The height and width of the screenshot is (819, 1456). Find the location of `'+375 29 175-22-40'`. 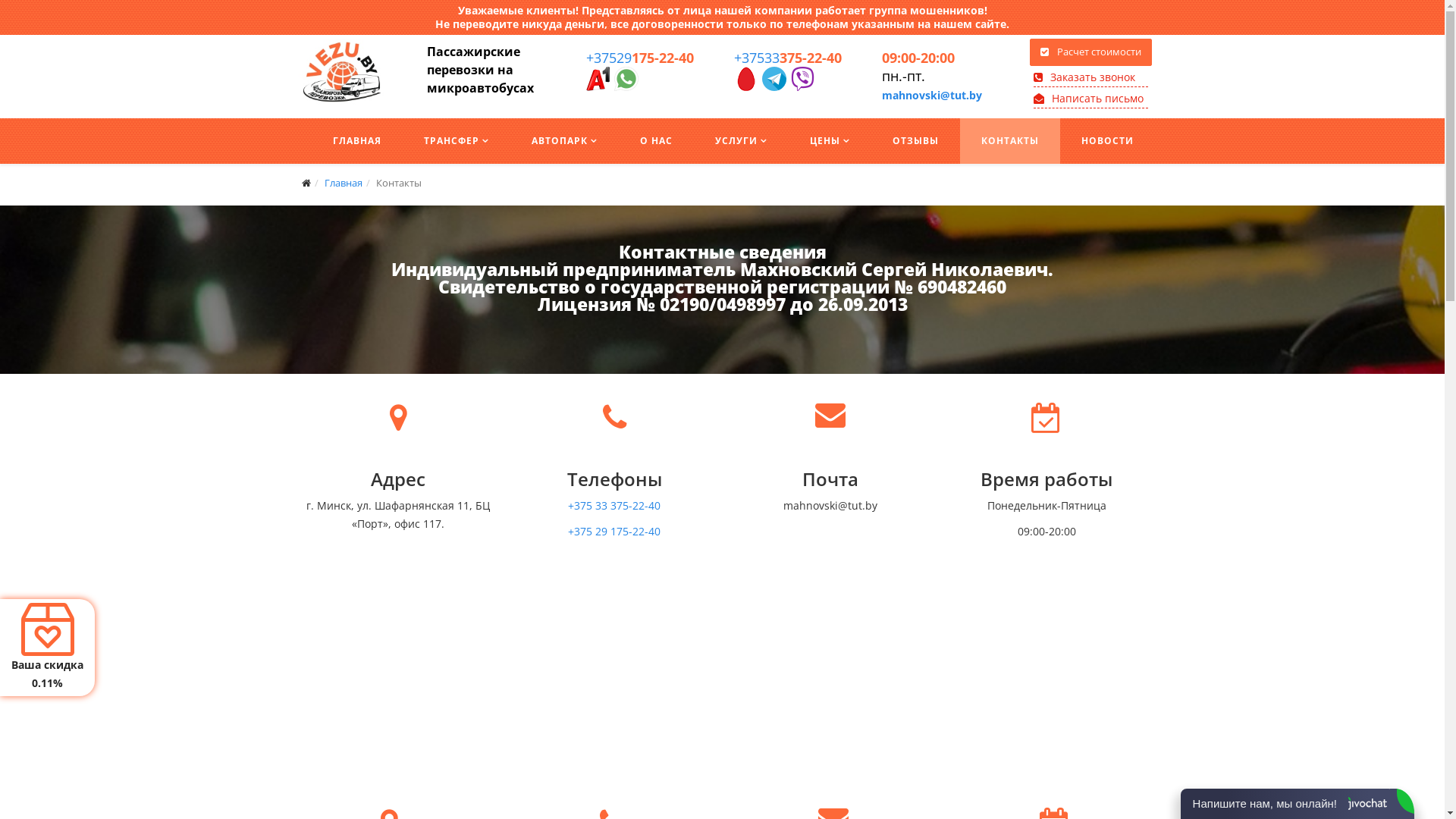

'+375 29 175-22-40' is located at coordinates (614, 530).